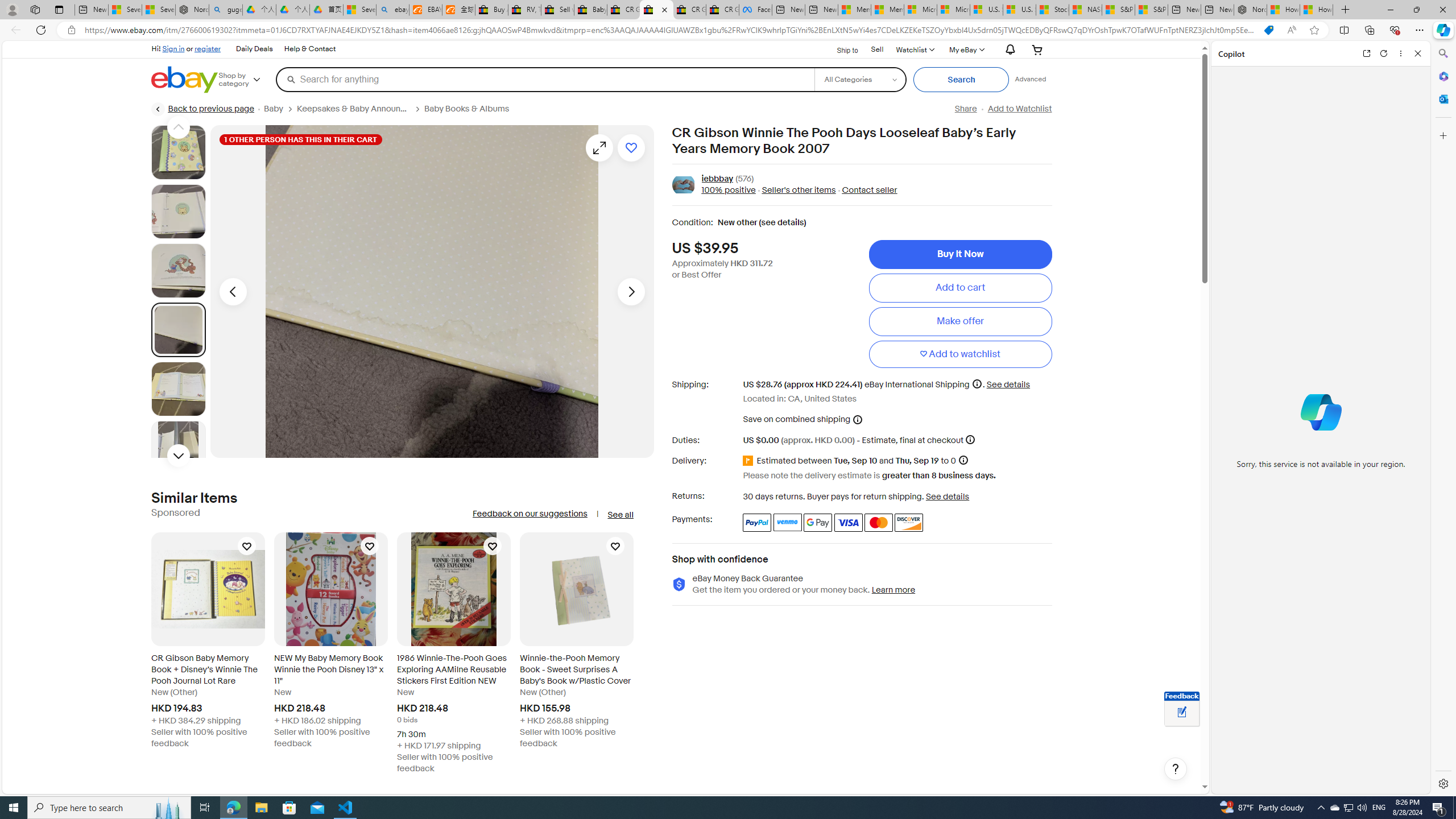  Describe the element at coordinates (839, 48) in the screenshot. I see `'Ship to'` at that location.